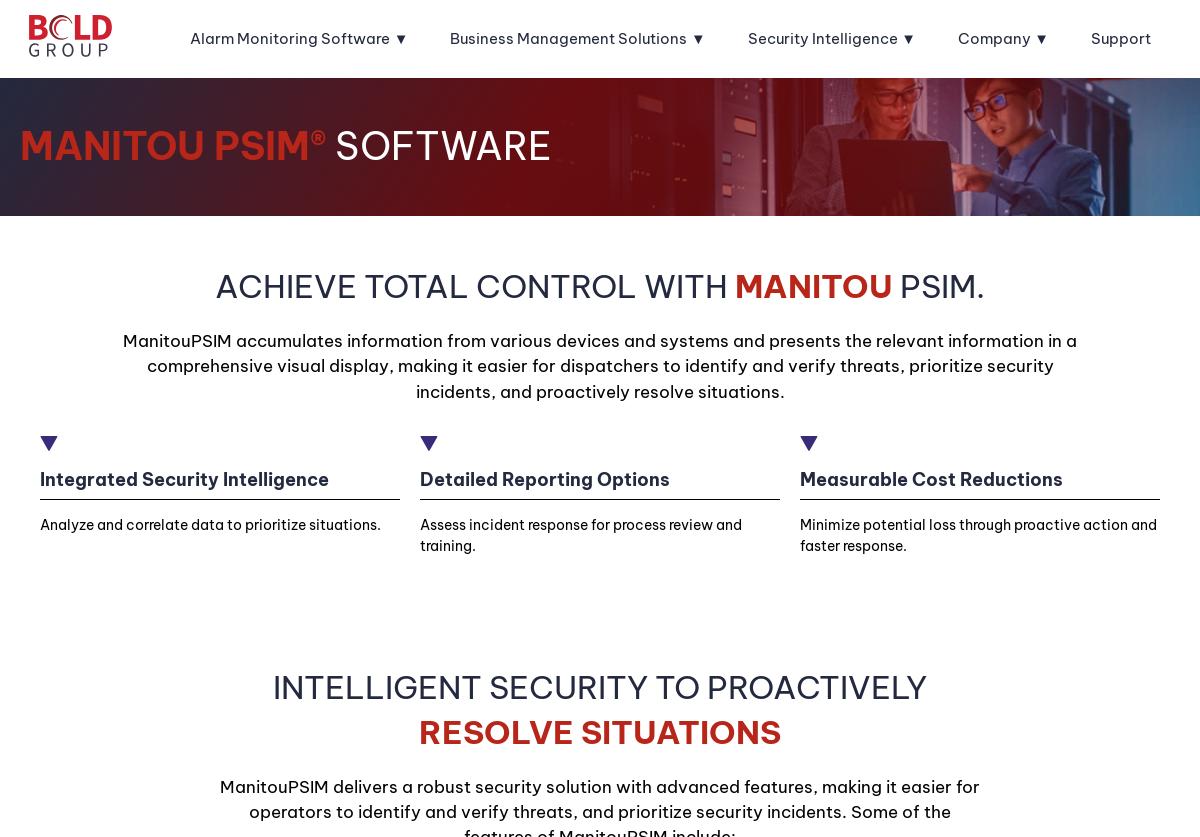 Image resolution: width=1200 pixels, height=837 pixels. Describe the element at coordinates (438, 144) in the screenshot. I see `'Software'` at that location.